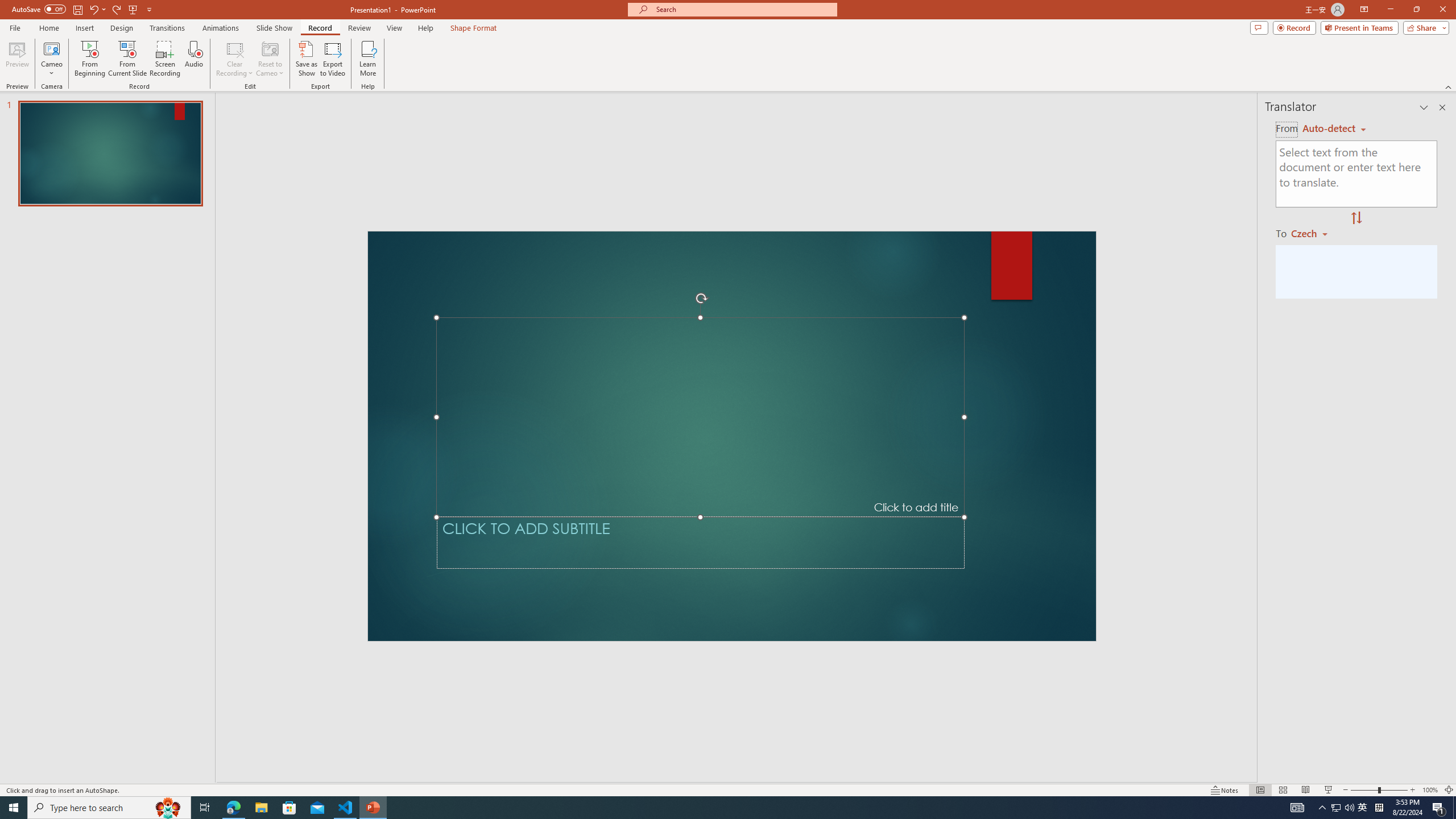 The height and width of the screenshot is (819, 1456). Describe the element at coordinates (39, 9) in the screenshot. I see `'AutoSave'` at that location.